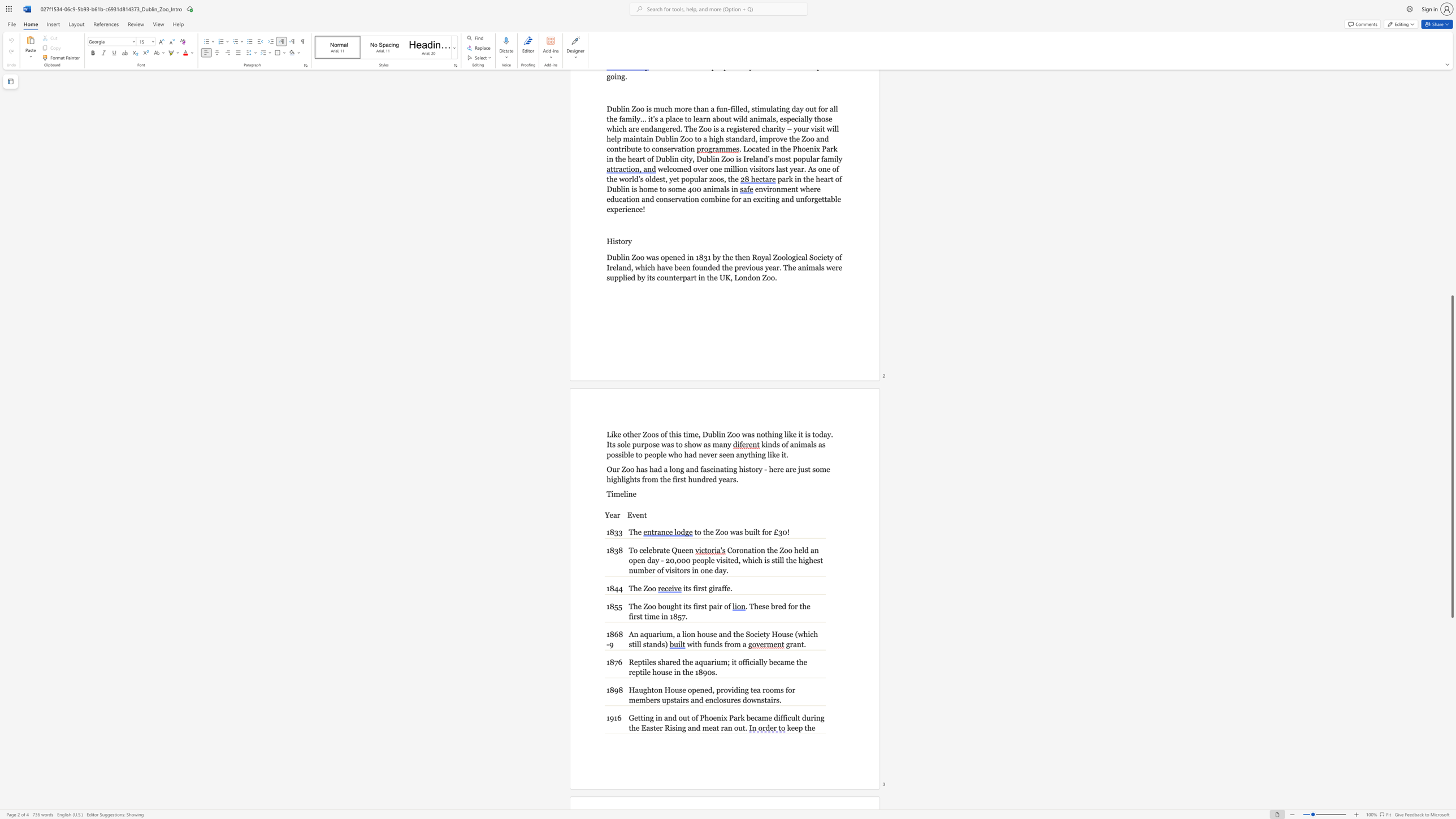  What do you see at coordinates (798, 727) in the screenshot?
I see `the subset text "p the" within the text "keep the"` at bounding box center [798, 727].